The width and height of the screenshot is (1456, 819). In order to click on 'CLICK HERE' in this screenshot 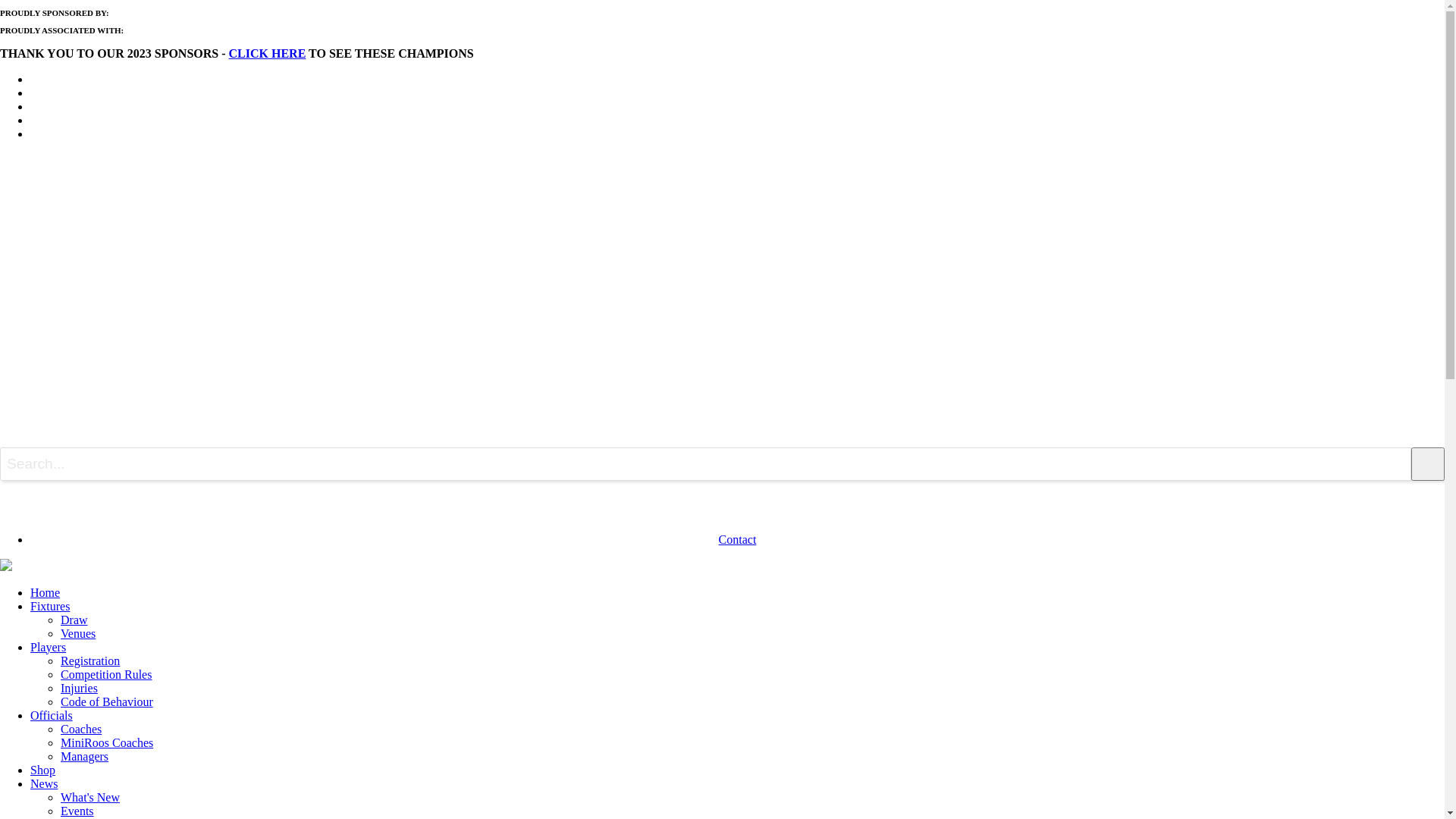, I will do `click(268, 52)`.